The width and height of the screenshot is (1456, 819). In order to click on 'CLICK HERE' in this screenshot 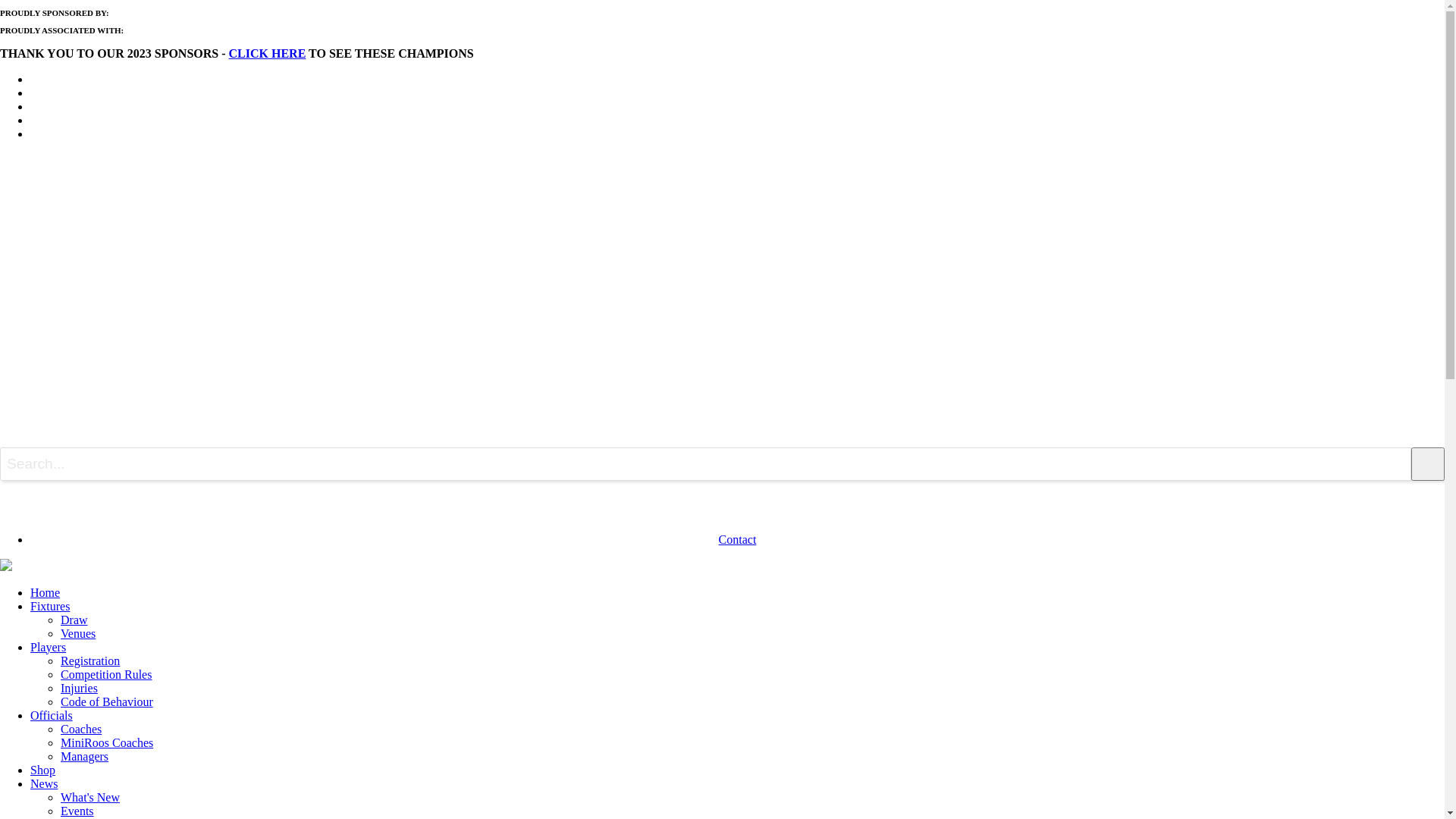, I will do `click(268, 52)`.